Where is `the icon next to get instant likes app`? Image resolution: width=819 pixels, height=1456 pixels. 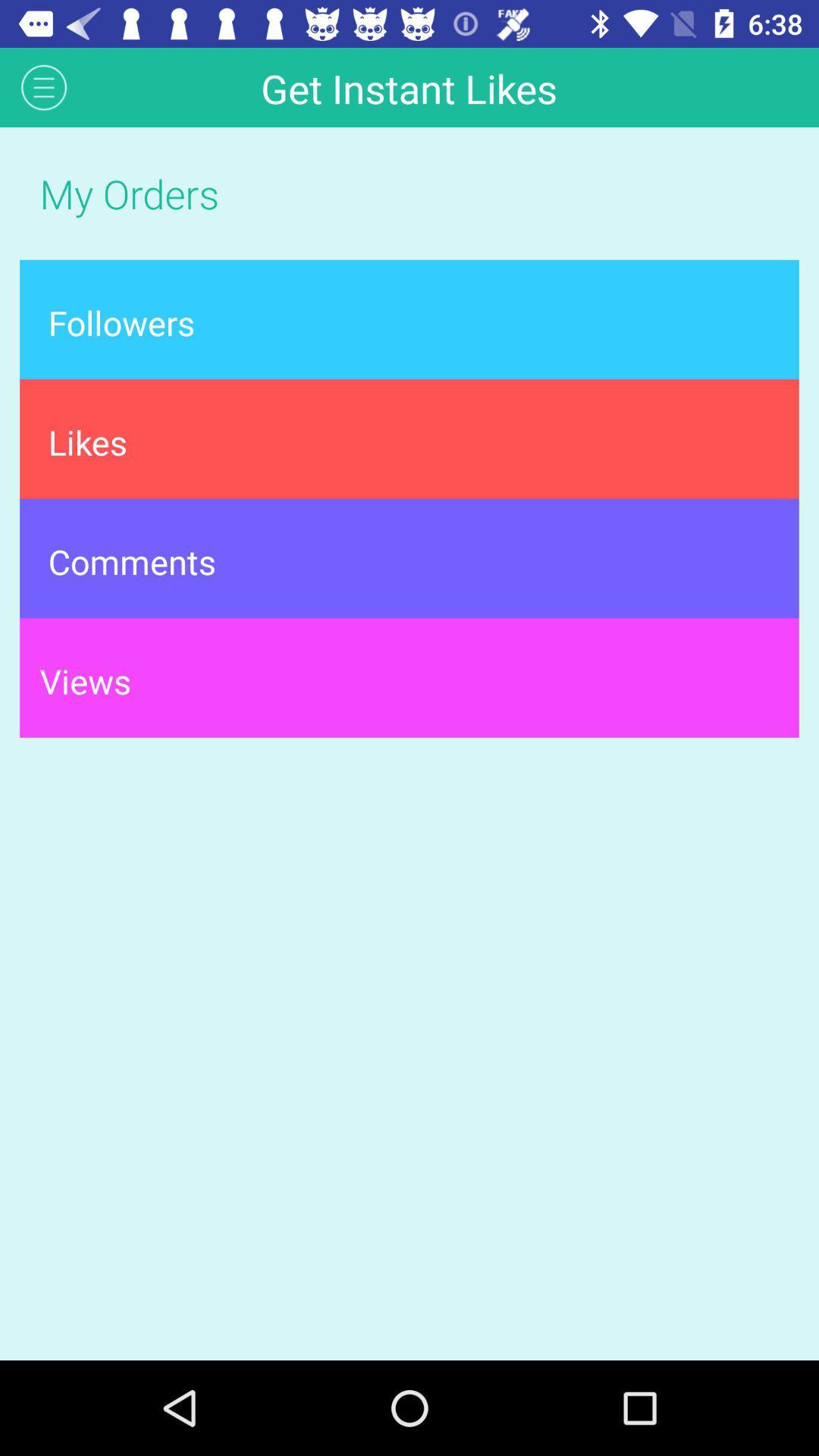 the icon next to get instant likes app is located at coordinates (43, 86).